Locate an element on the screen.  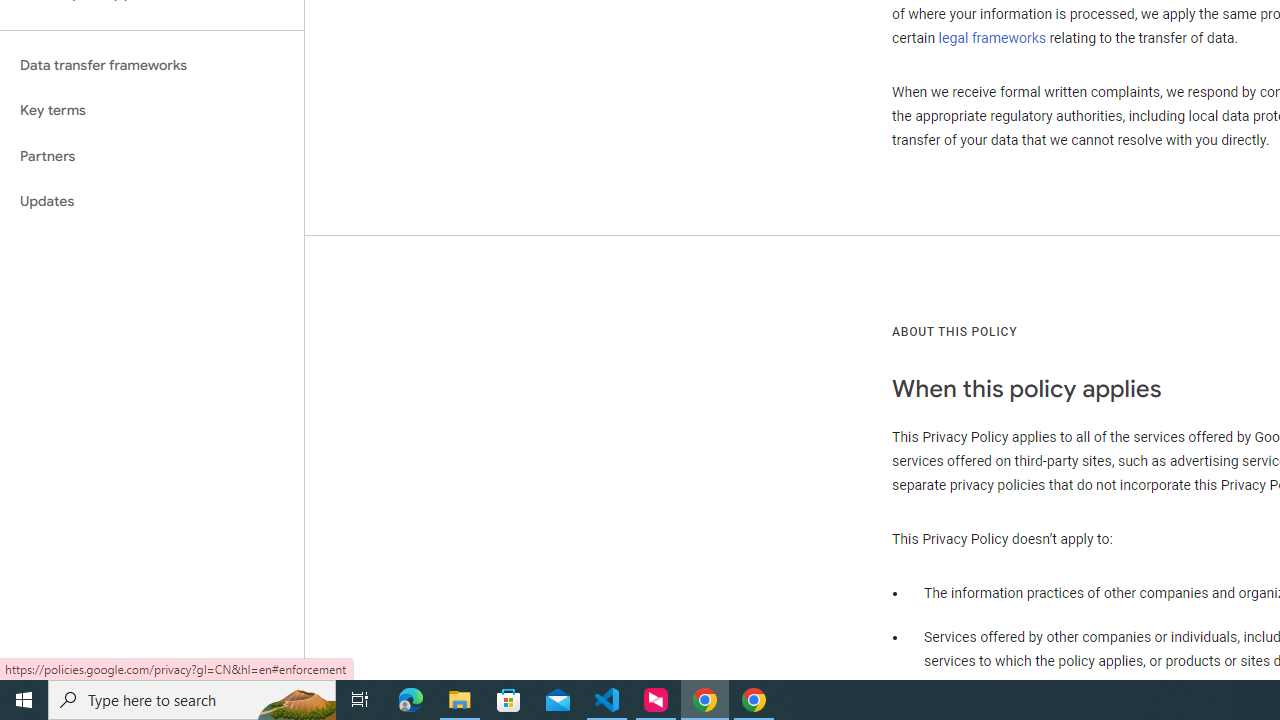
'Data transfer frameworks' is located at coordinates (151, 64).